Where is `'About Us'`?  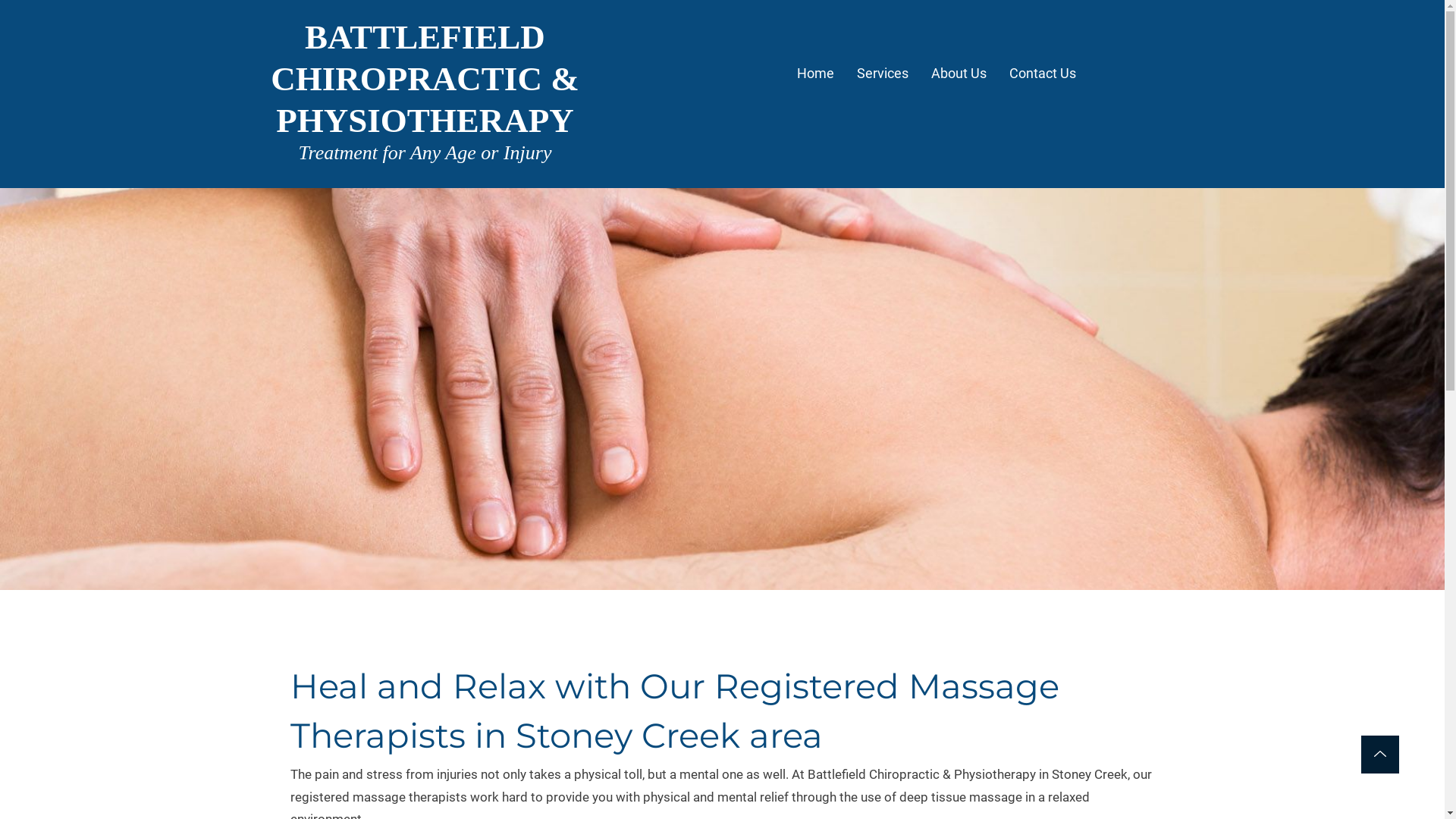
'About Us' is located at coordinates (958, 75).